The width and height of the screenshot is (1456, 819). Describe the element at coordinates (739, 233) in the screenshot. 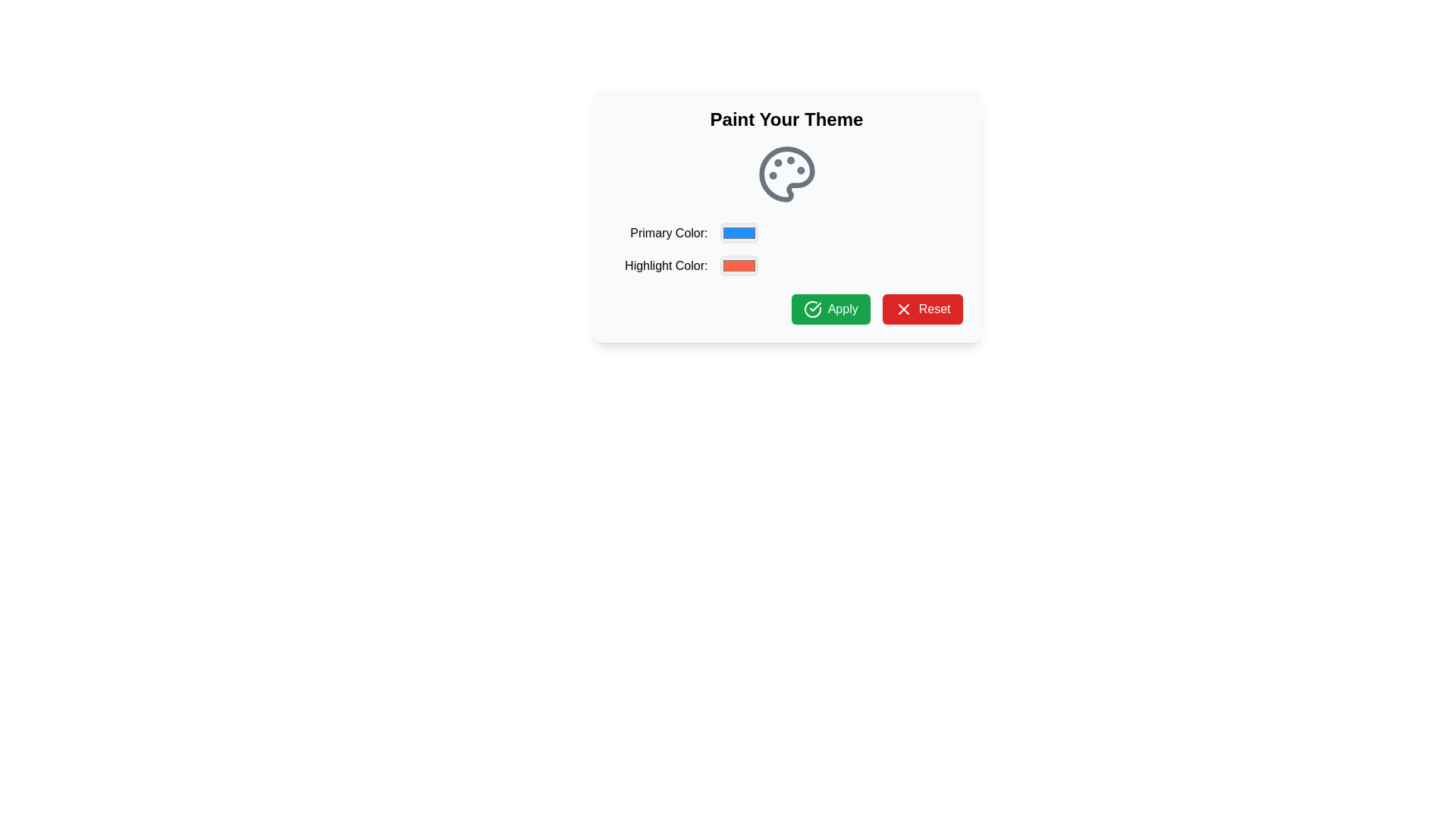

I see `the color input element located to the immediate right of the 'Primary Color:' label in the 'Paint Your Theme' card` at that location.